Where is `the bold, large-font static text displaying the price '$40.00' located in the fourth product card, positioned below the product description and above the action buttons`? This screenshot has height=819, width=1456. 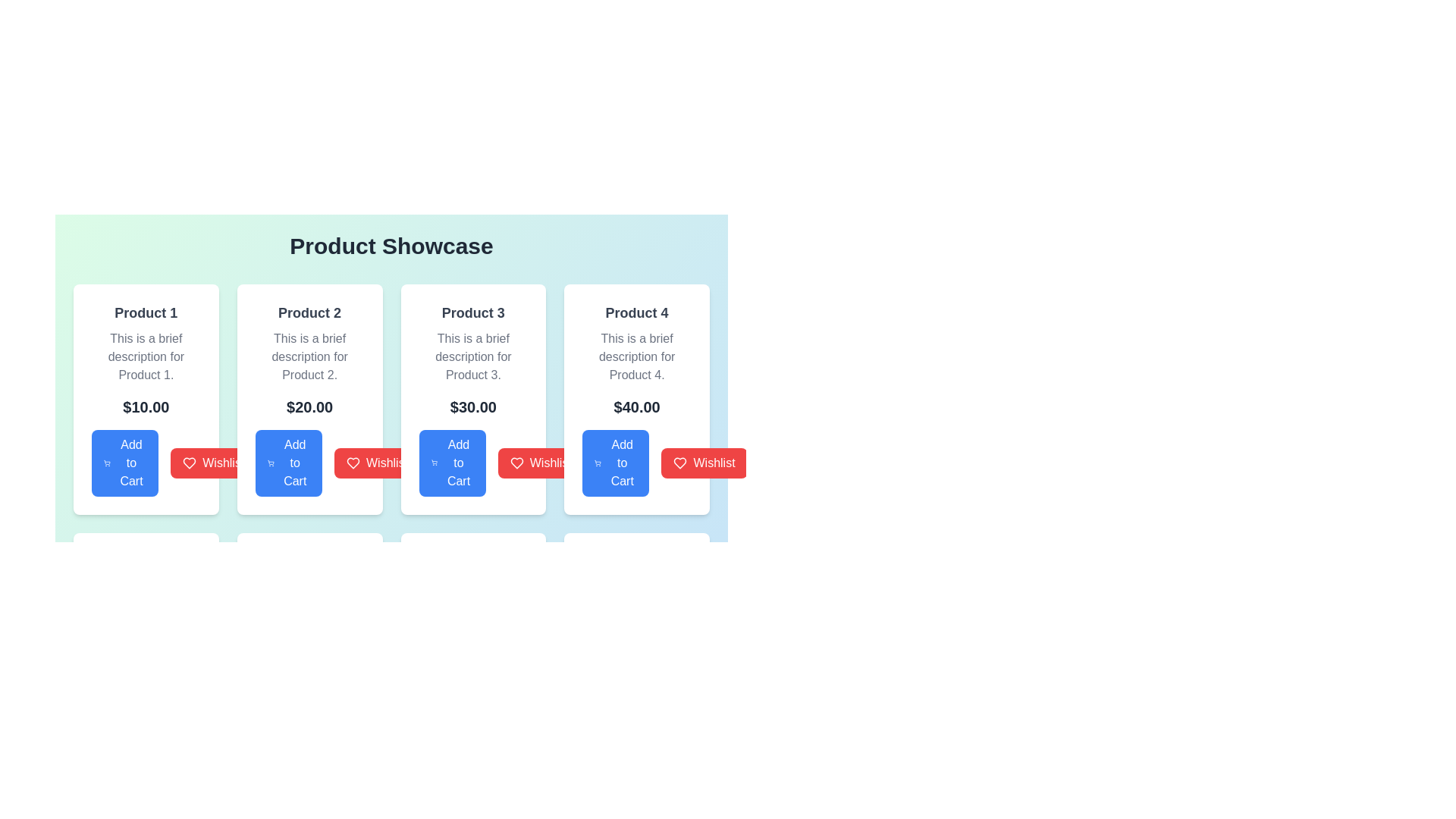 the bold, large-font static text displaying the price '$40.00' located in the fourth product card, positioned below the product description and above the action buttons is located at coordinates (637, 406).